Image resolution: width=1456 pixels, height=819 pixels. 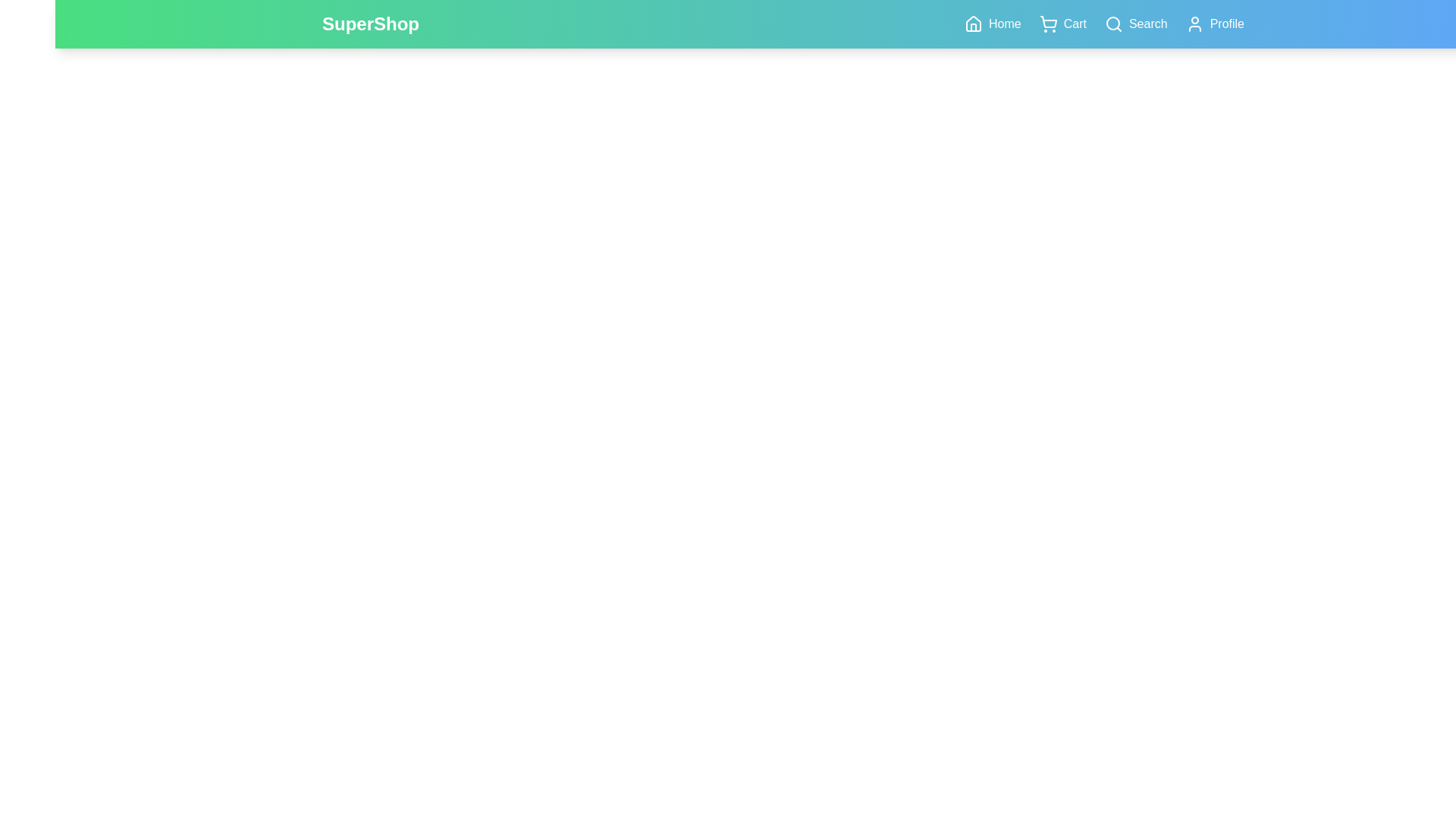 I want to click on the 'Home' button, which is the first button in a row of four, featuring a white house icon and white text on a blue background, so click(x=993, y=24).